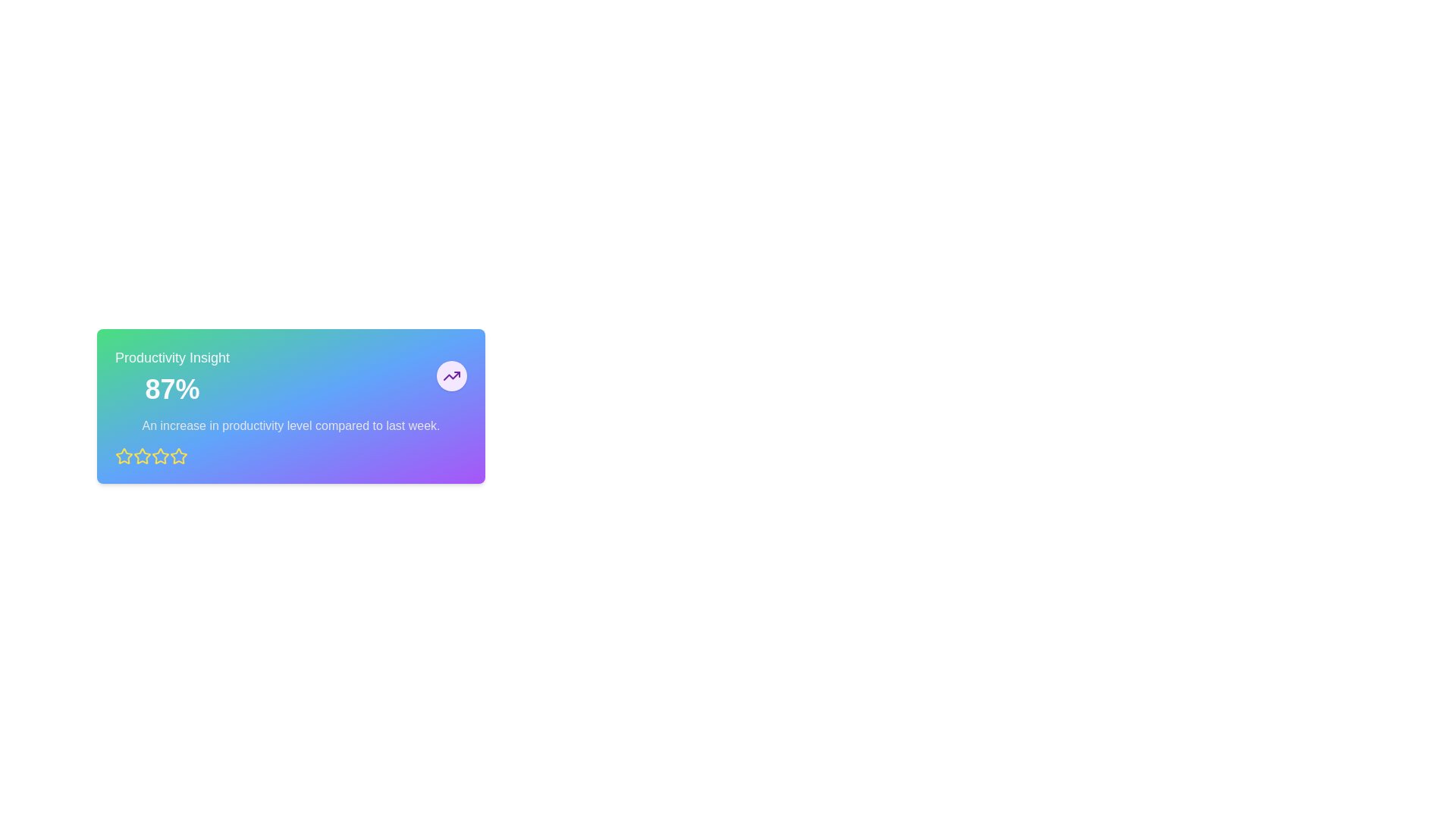  What do you see at coordinates (178, 455) in the screenshot?
I see `the third star in the star-based rating system, which is part of a five-level rating scale, located in the bottom left quadrant of the card with a gradient background` at bounding box center [178, 455].